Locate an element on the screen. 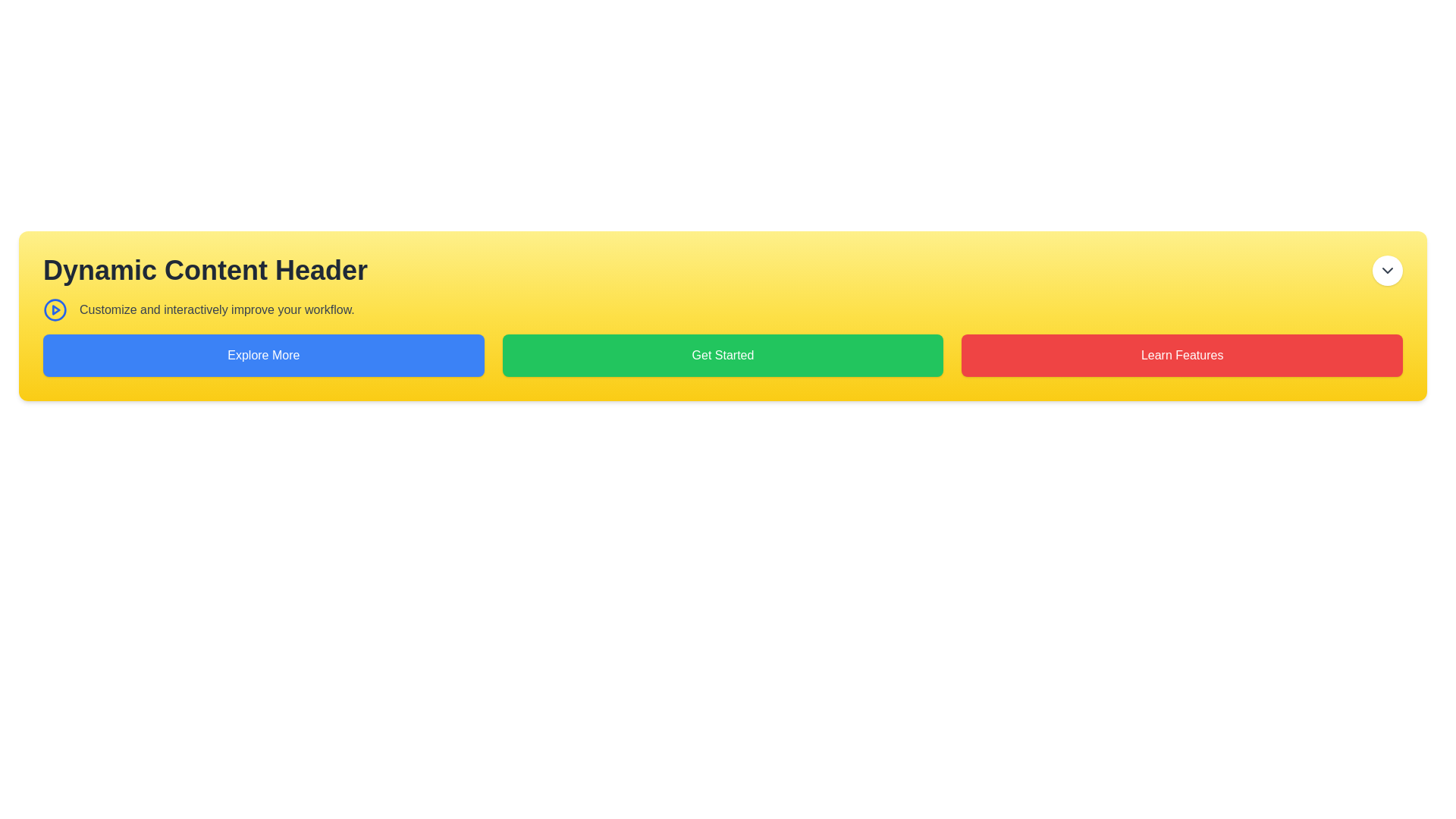  the leftmost button in the row below the 'Dynamic Content Header' is located at coordinates (263, 356).